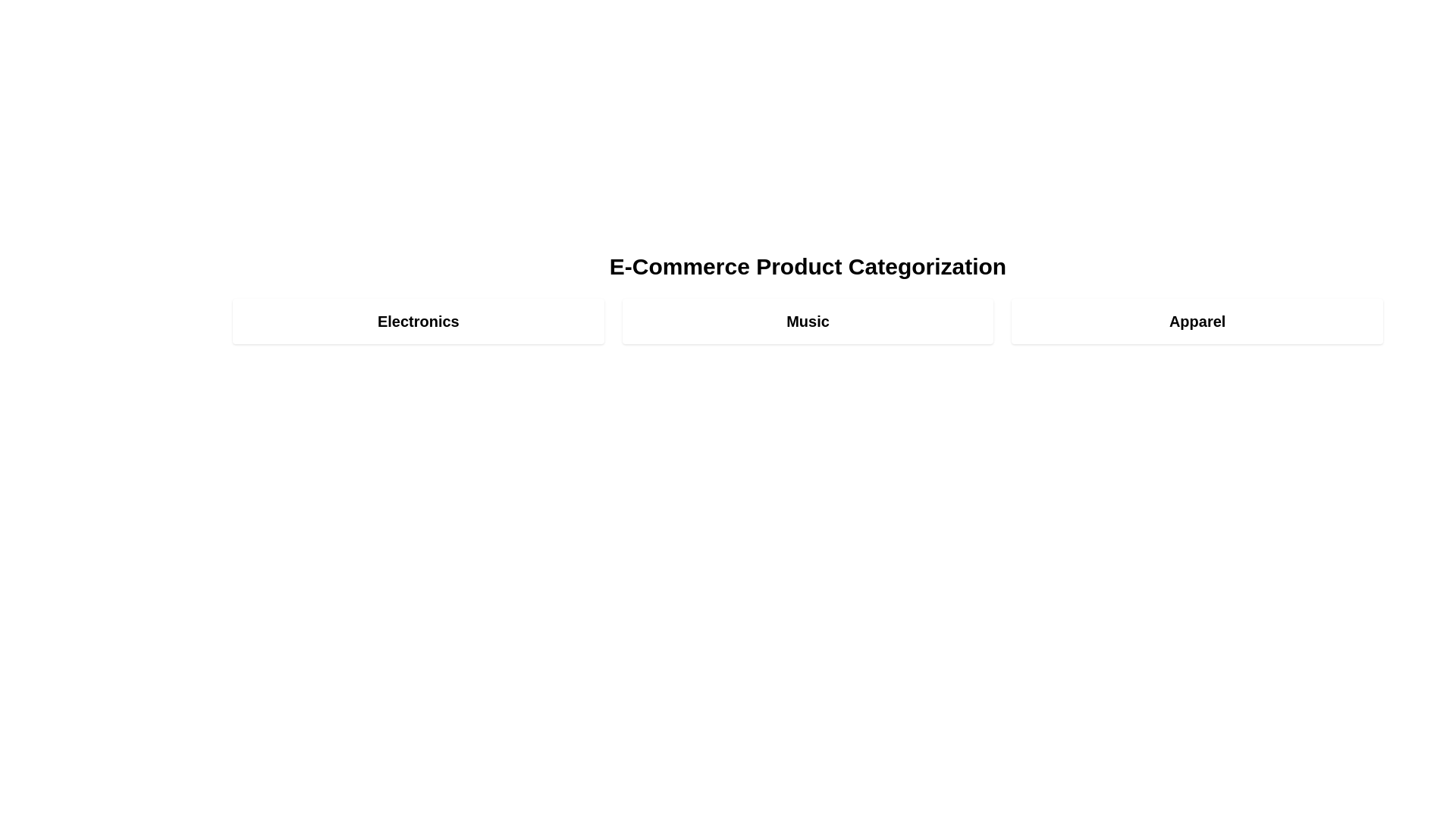 This screenshot has height=819, width=1456. Describe the element at coordinates (418, 321) in the screenshot. I see `the category Electronics to view its details` at that location.